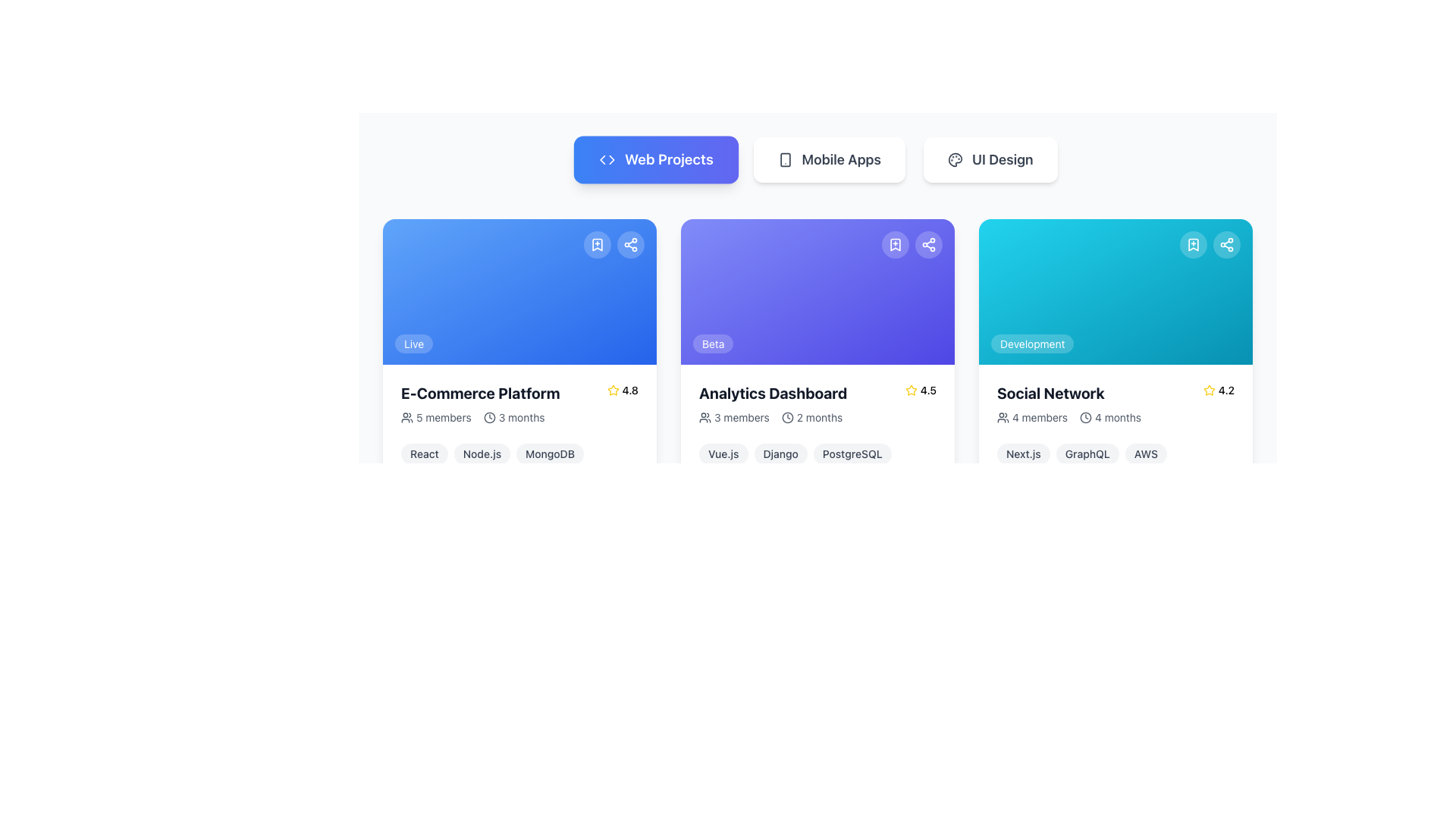  What do you see at coordinates (596, 244) in the screenshot?
I see `the bookmark IconButton located in the top-right corner of the 'E-Commerce Platform' card` at bounding box center [596, 244].